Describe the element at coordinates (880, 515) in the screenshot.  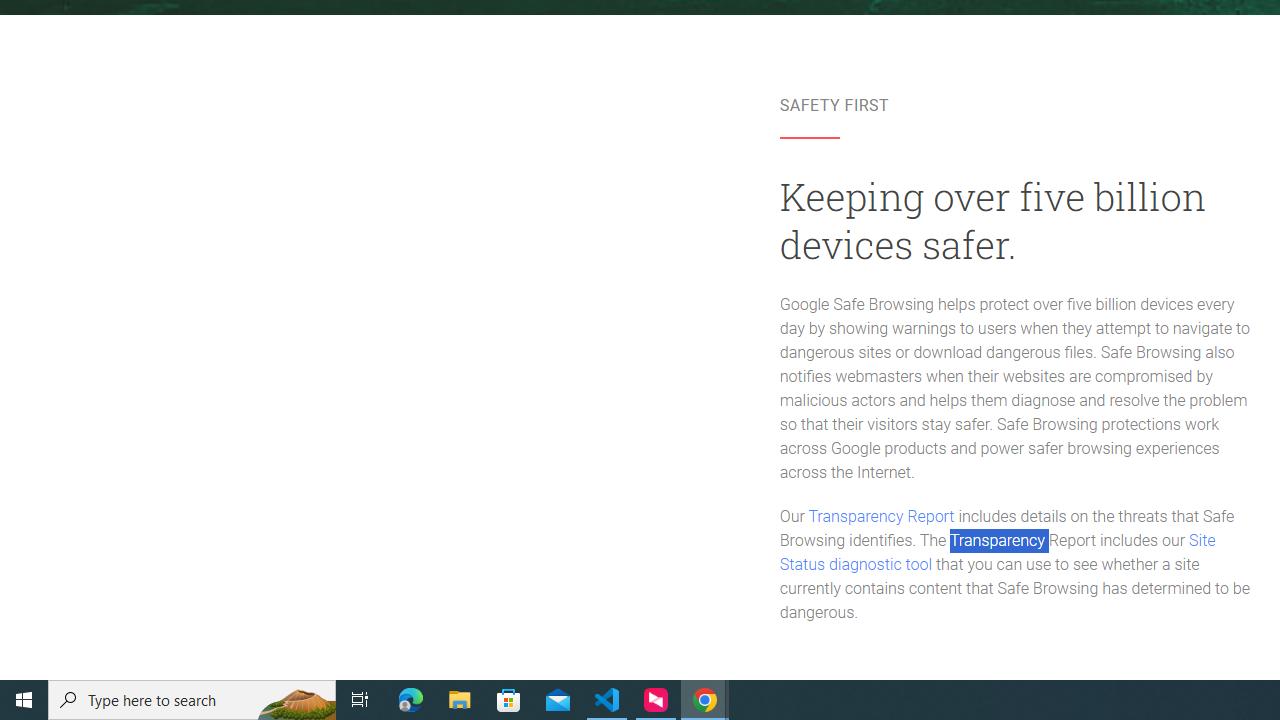
I see `'Transparency Report'` at that location.